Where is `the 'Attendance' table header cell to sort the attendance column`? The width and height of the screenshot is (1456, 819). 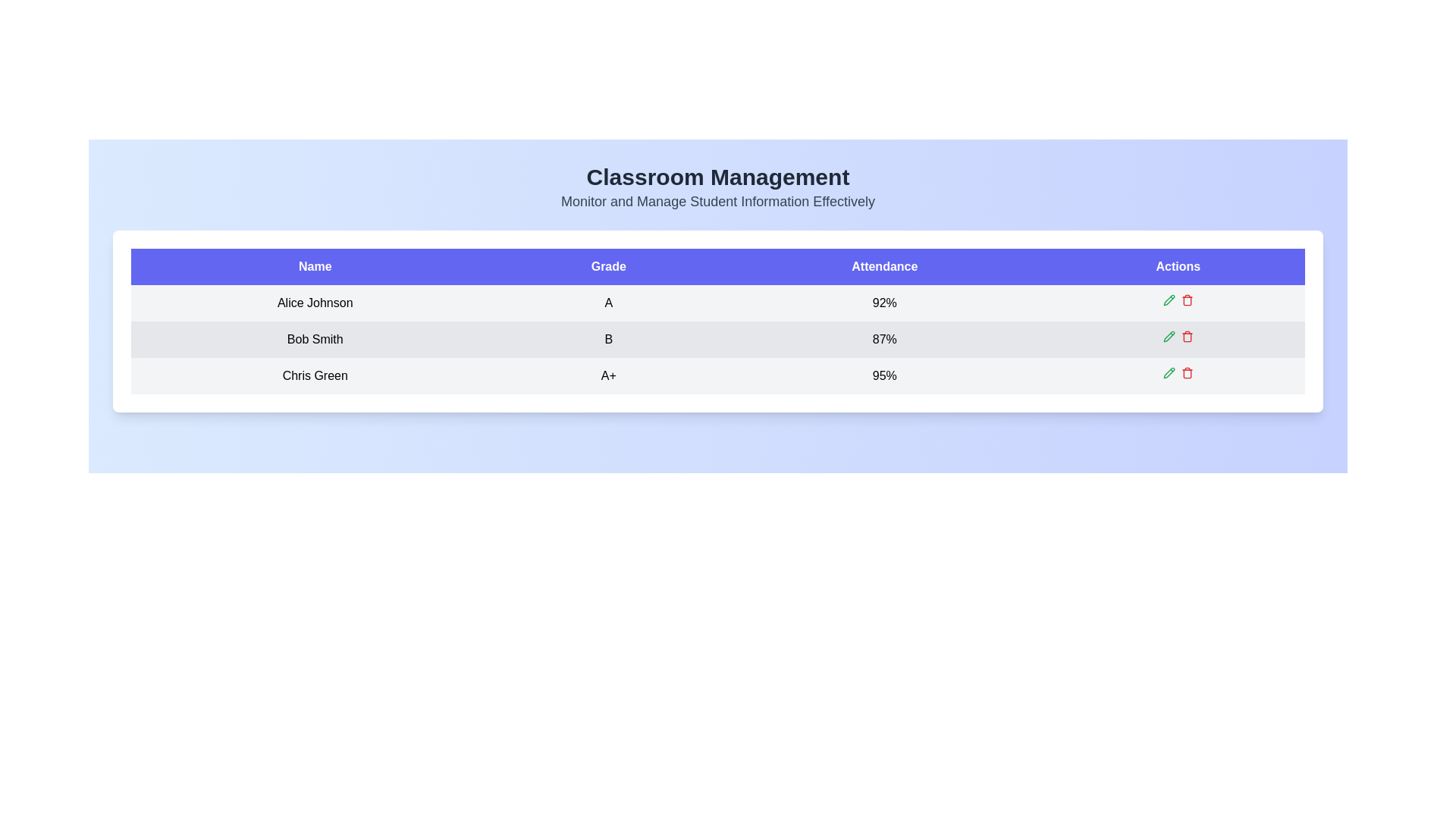
the 'Attendance' table header cell to sort the attendance column is located at coordinates (884, 265).